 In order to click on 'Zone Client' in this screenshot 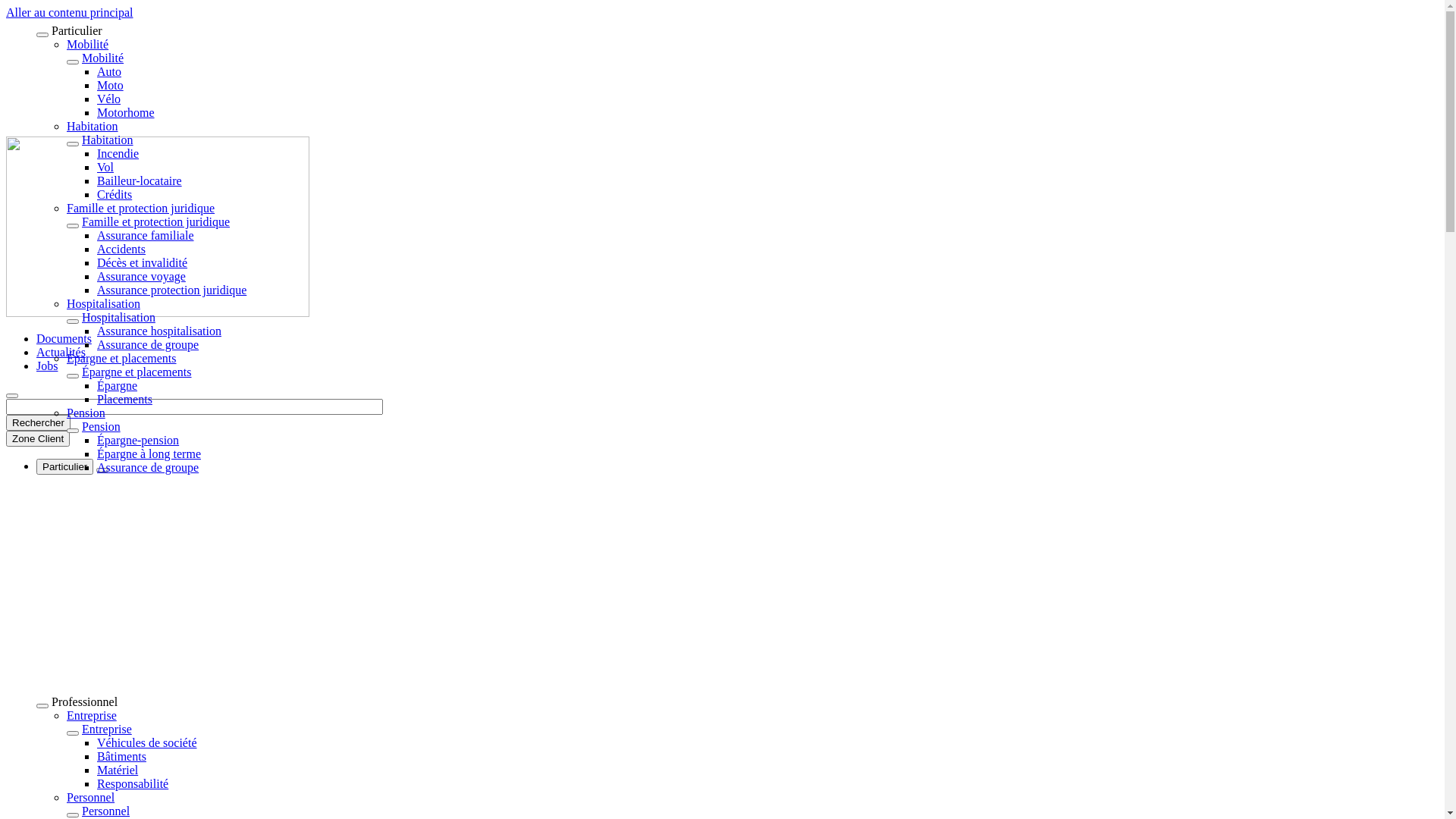, I will do `click(37, 438)`.